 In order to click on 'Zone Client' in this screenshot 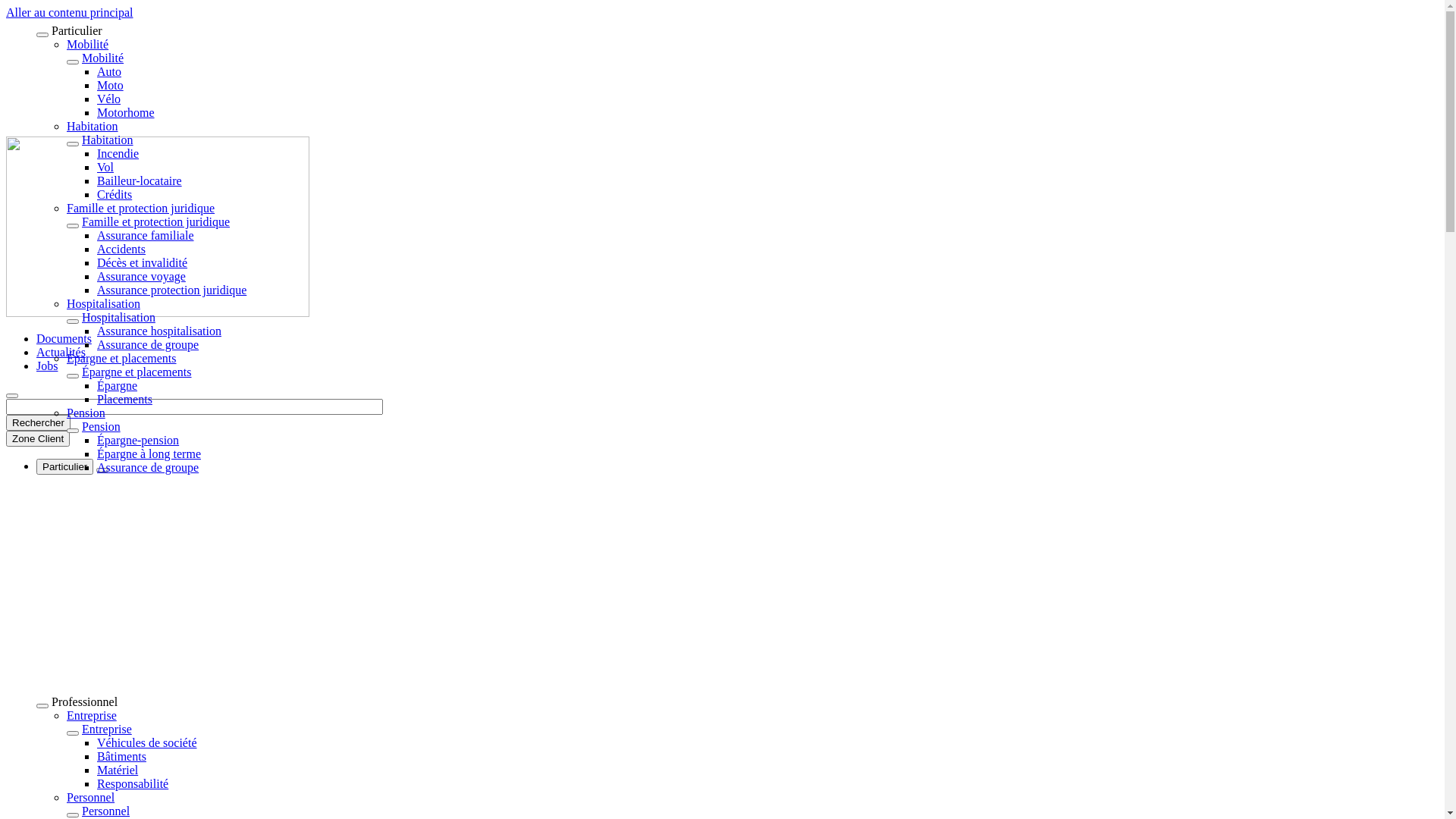, I will do `click(37, 438)`.